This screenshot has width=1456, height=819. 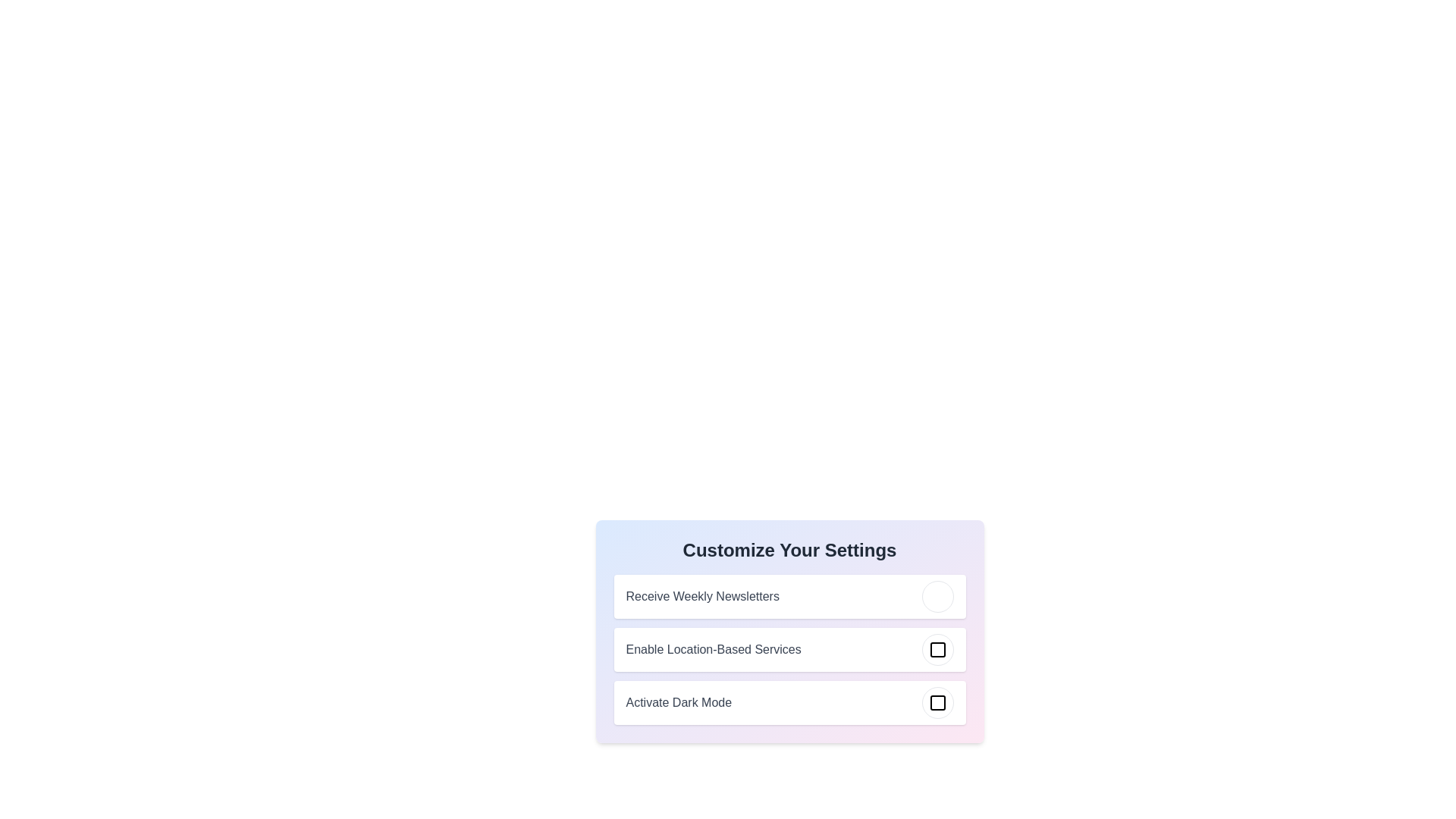 I want to click on the label for enabling location-based services, which is positioned between 'Receive Weekly Newsletters' and 'Activate Dark Mode' in the vertical list of functions, so click(x=789, y=648).